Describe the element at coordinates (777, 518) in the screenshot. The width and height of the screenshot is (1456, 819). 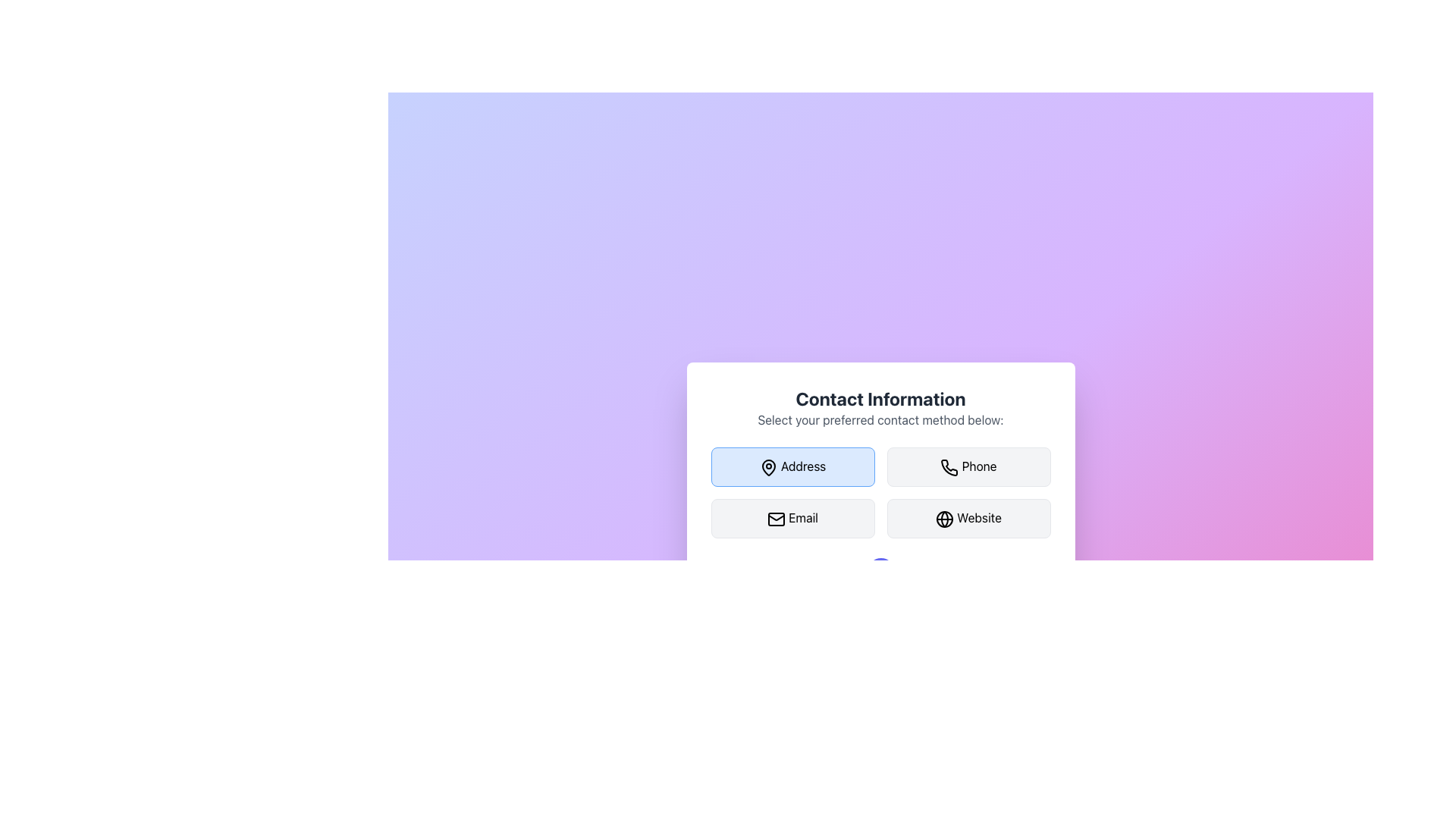
I see `the envelope icon inside the 'Email' button located at the bottom-left corner of the grid` at that location.